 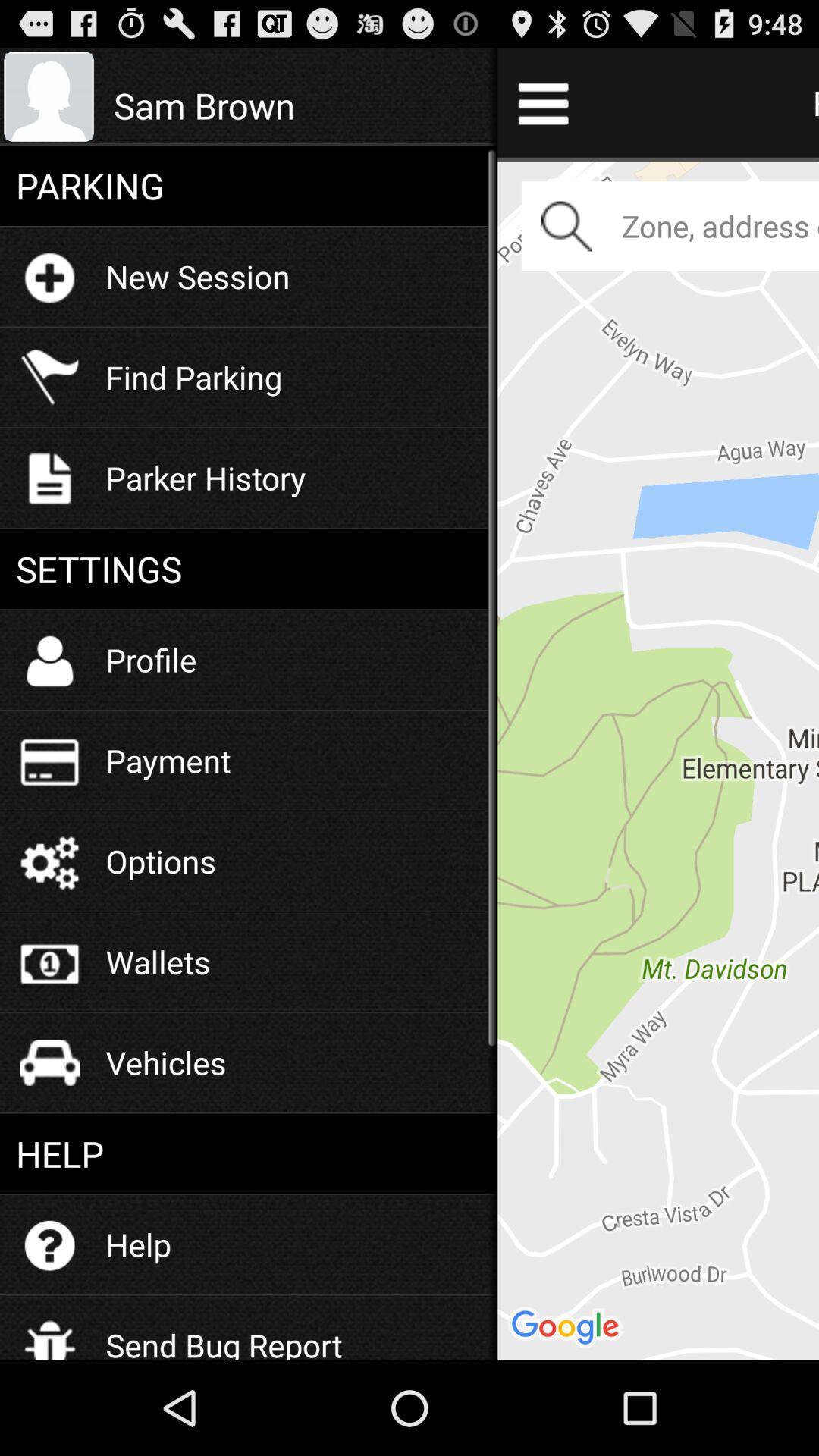 What do you see at coordinates (49, 961) in the screenshot?
I see `wallets icon` at bounding box center [49, 961].